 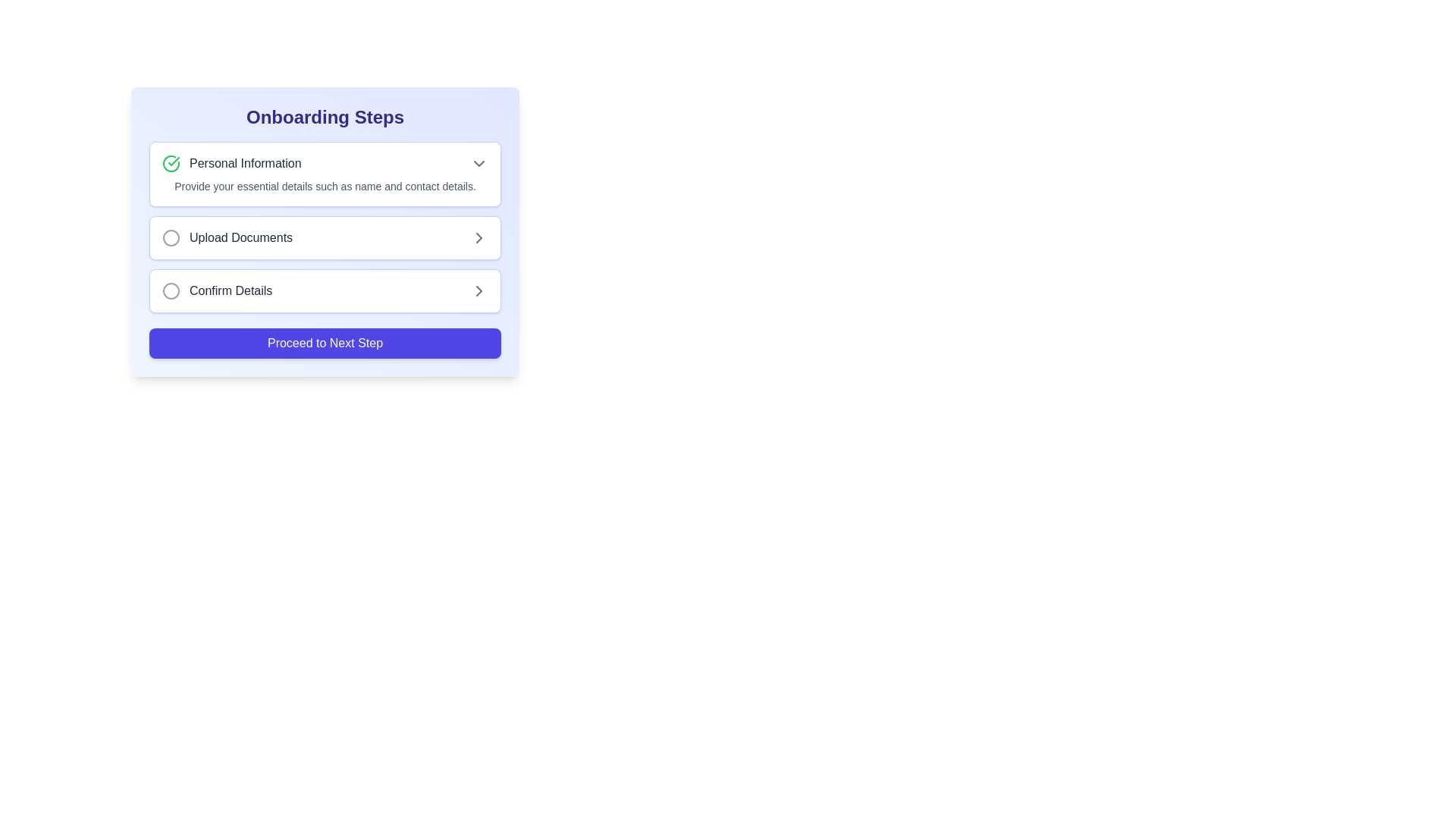 I want to click on the text label that reads 'Provide your essential details such as name and contact details.' located beneath the heading 'Personal Information' in the onboarding steps panel, so click(x=324, y=186).